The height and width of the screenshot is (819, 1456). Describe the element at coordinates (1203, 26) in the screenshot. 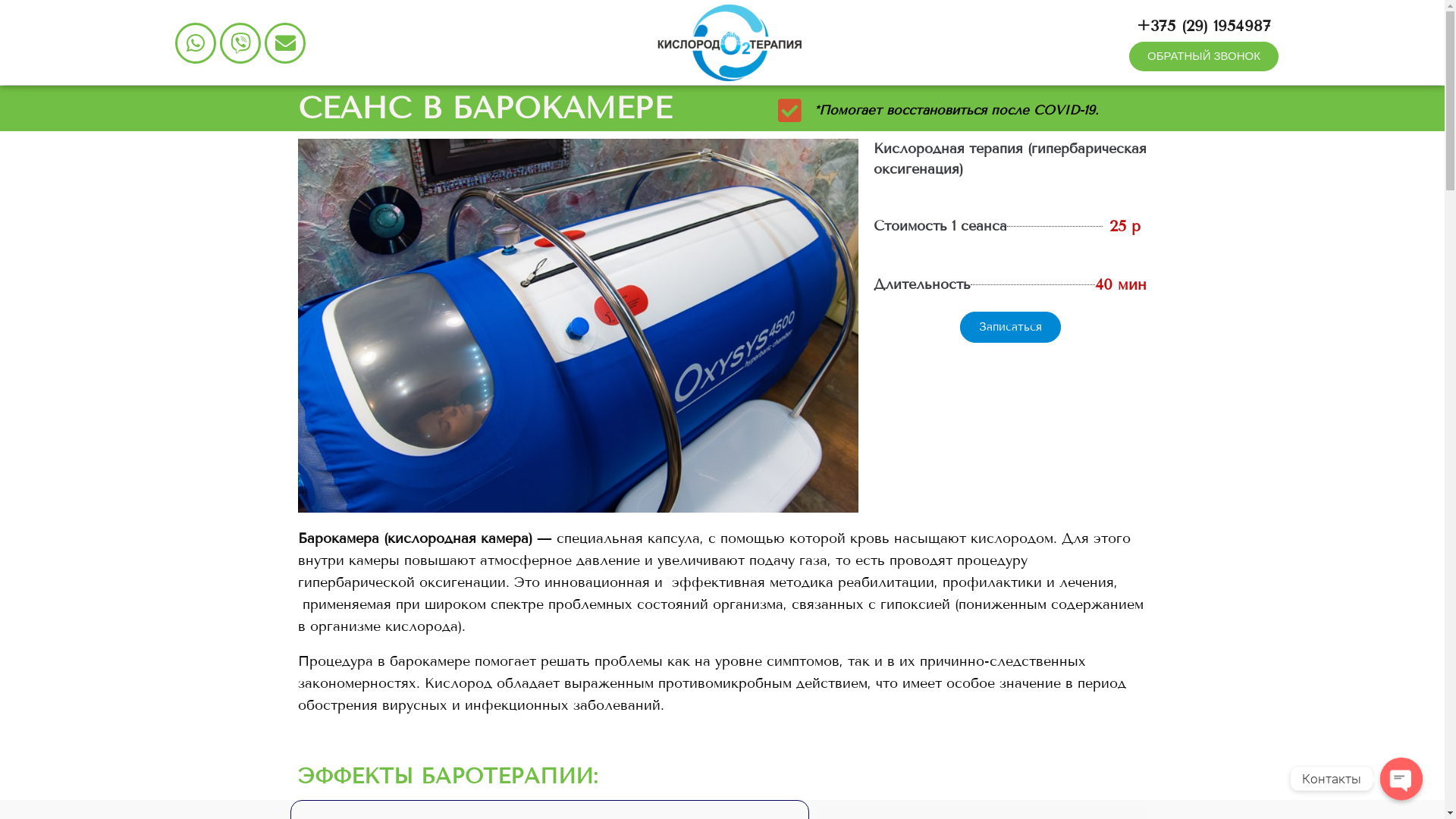

I see `'+375 (29) 1954987'` at that location.